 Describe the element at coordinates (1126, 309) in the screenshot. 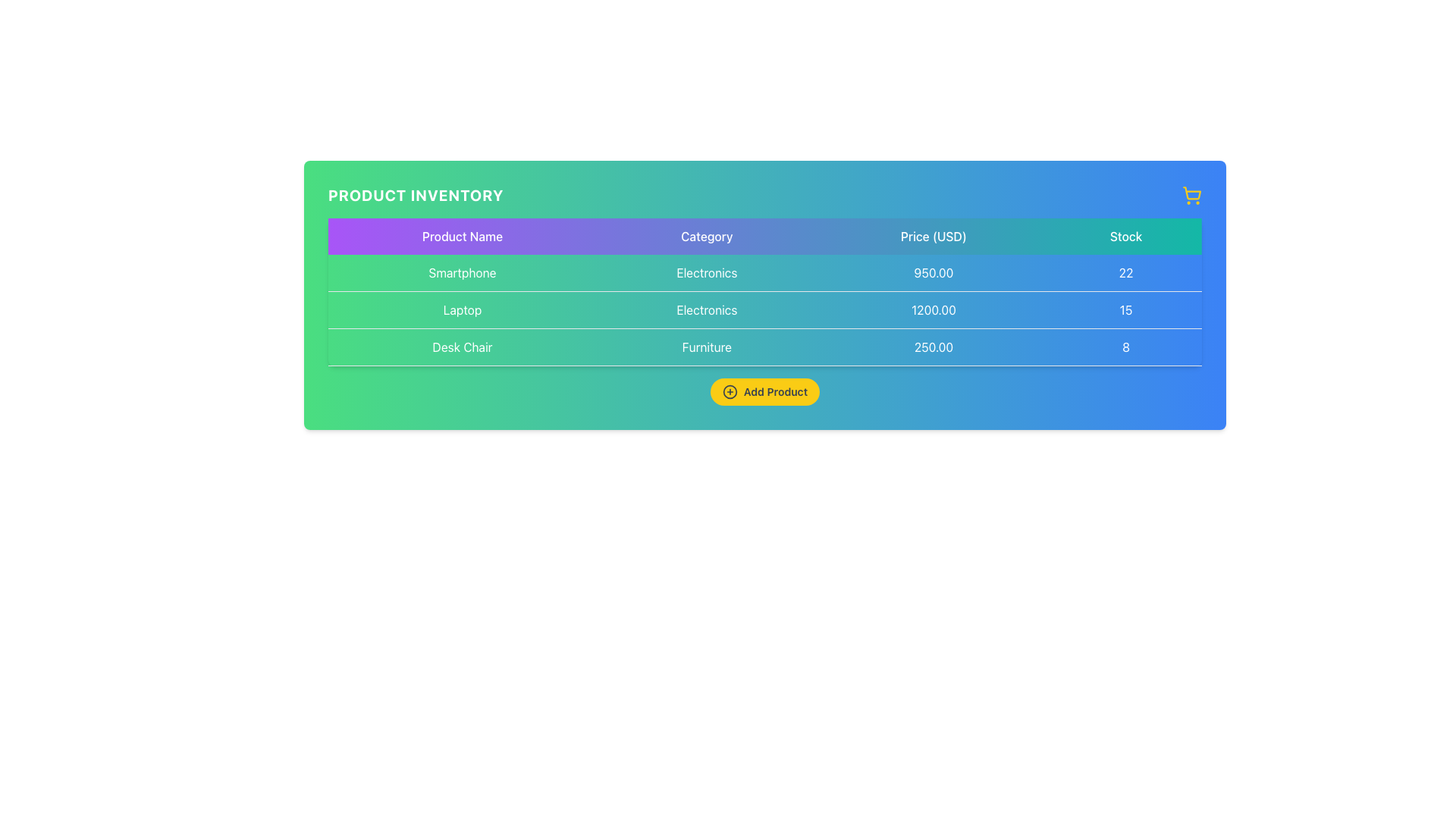

I see `the table cell displaying the number '15' in white text, which is centered in a blue background, located in the 'Stock' column of the inventory table for 'Laptop'` at that location.